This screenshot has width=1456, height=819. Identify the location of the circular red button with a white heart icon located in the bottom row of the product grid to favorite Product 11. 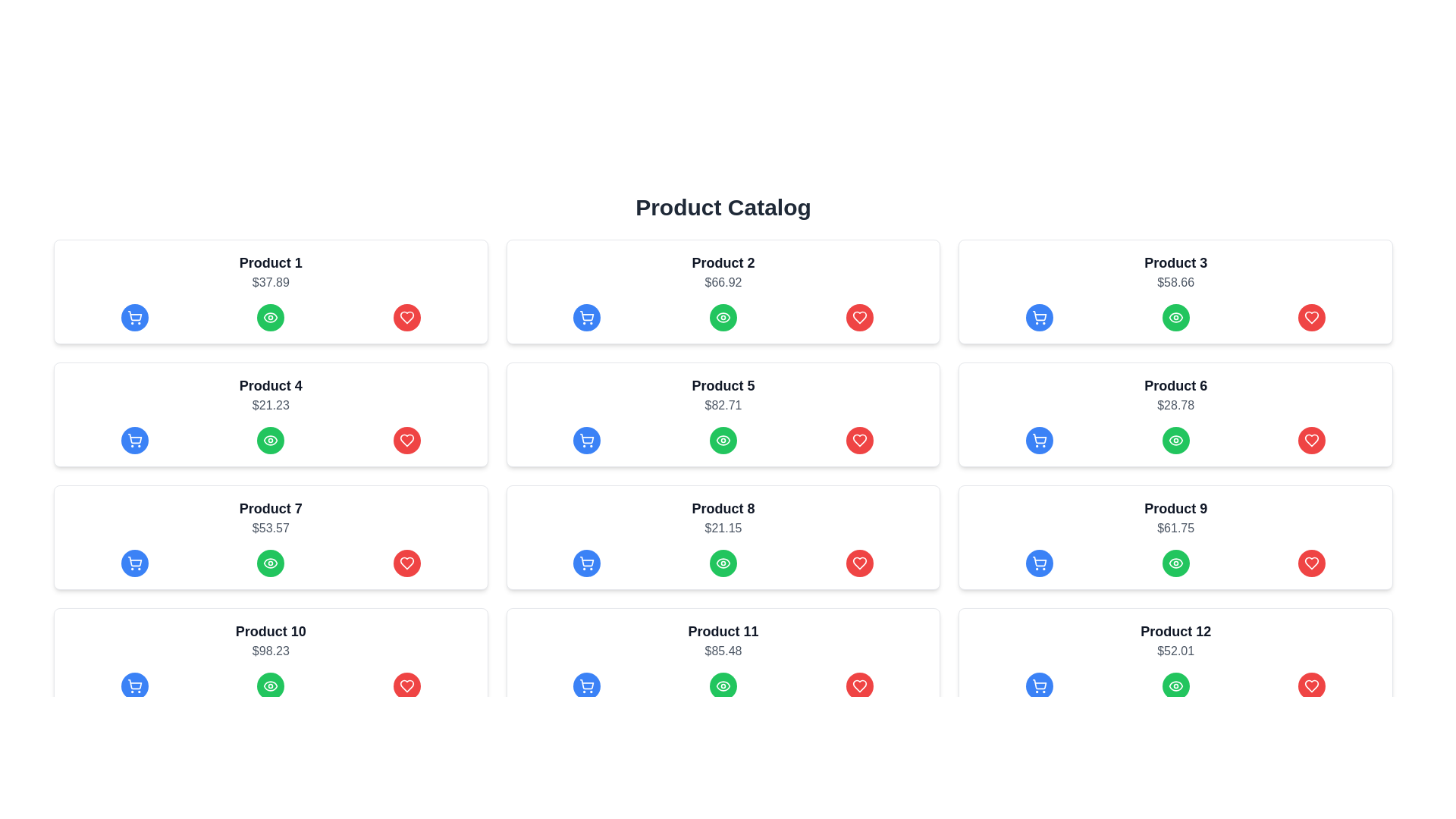
(859, 686).